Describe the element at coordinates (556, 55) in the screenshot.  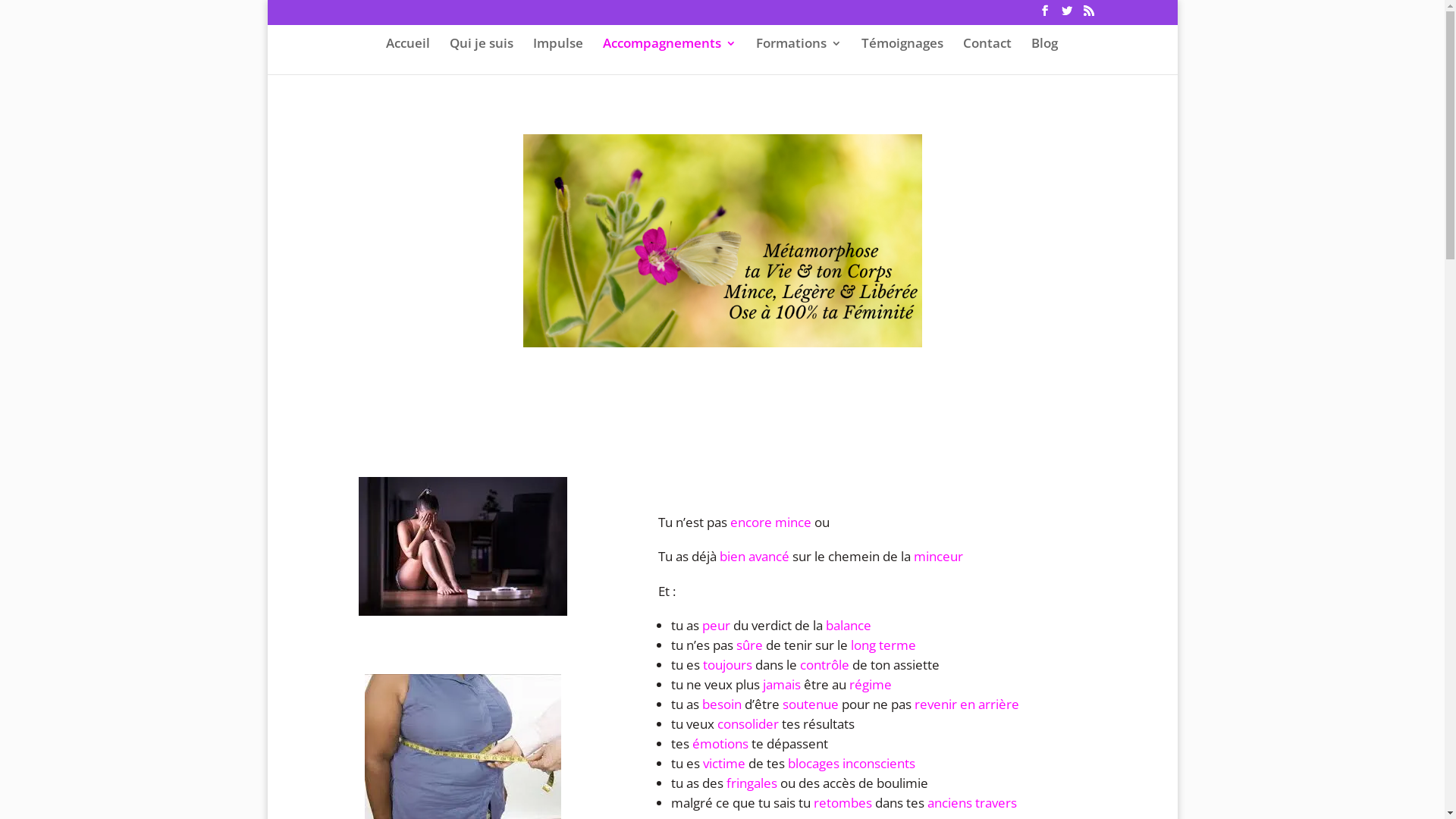
I see `'Impulse'` at that location.